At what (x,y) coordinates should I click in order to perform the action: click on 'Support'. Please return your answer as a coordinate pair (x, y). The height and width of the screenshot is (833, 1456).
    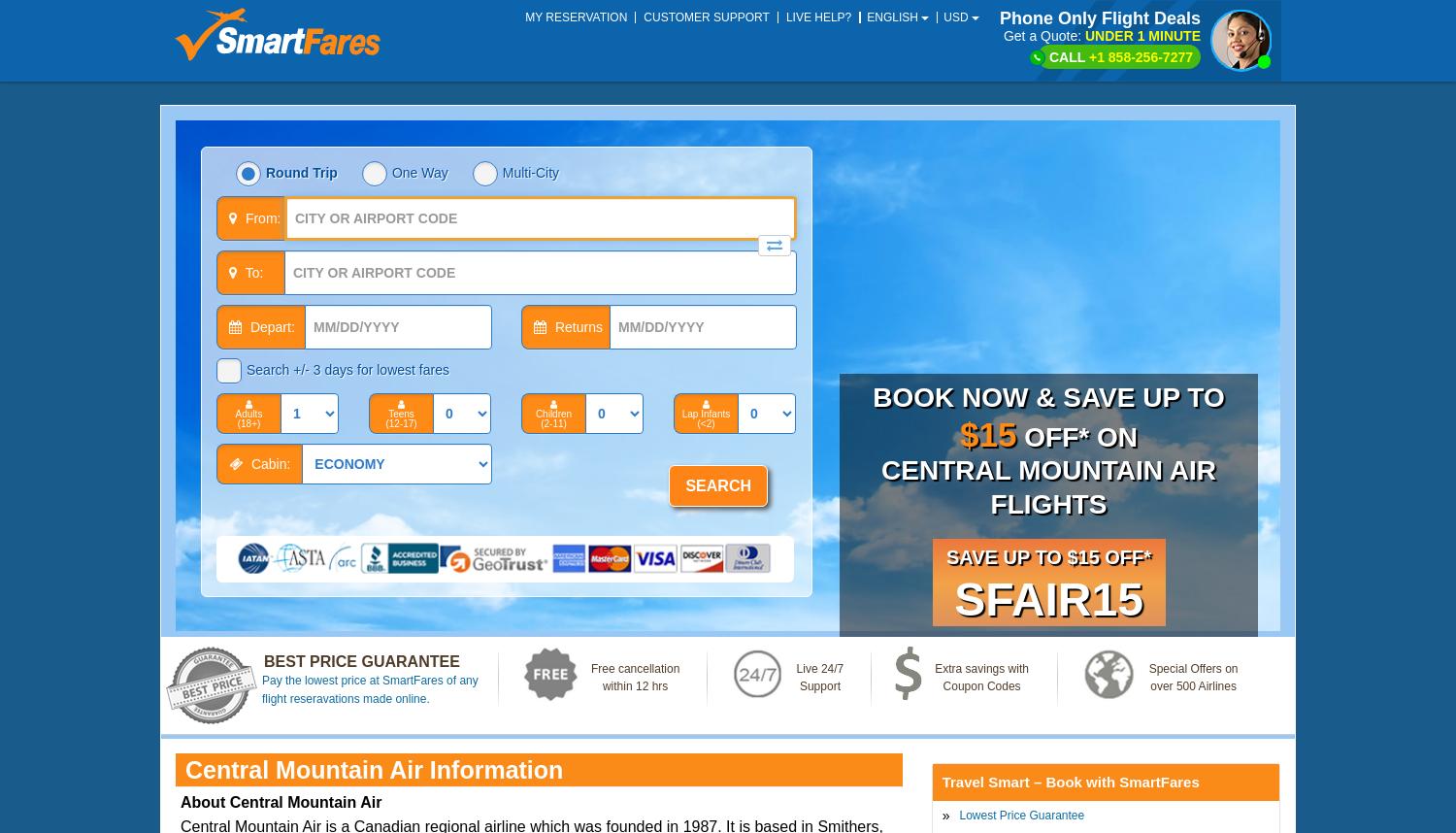
    Looking at the image, I should click on (818, 684).